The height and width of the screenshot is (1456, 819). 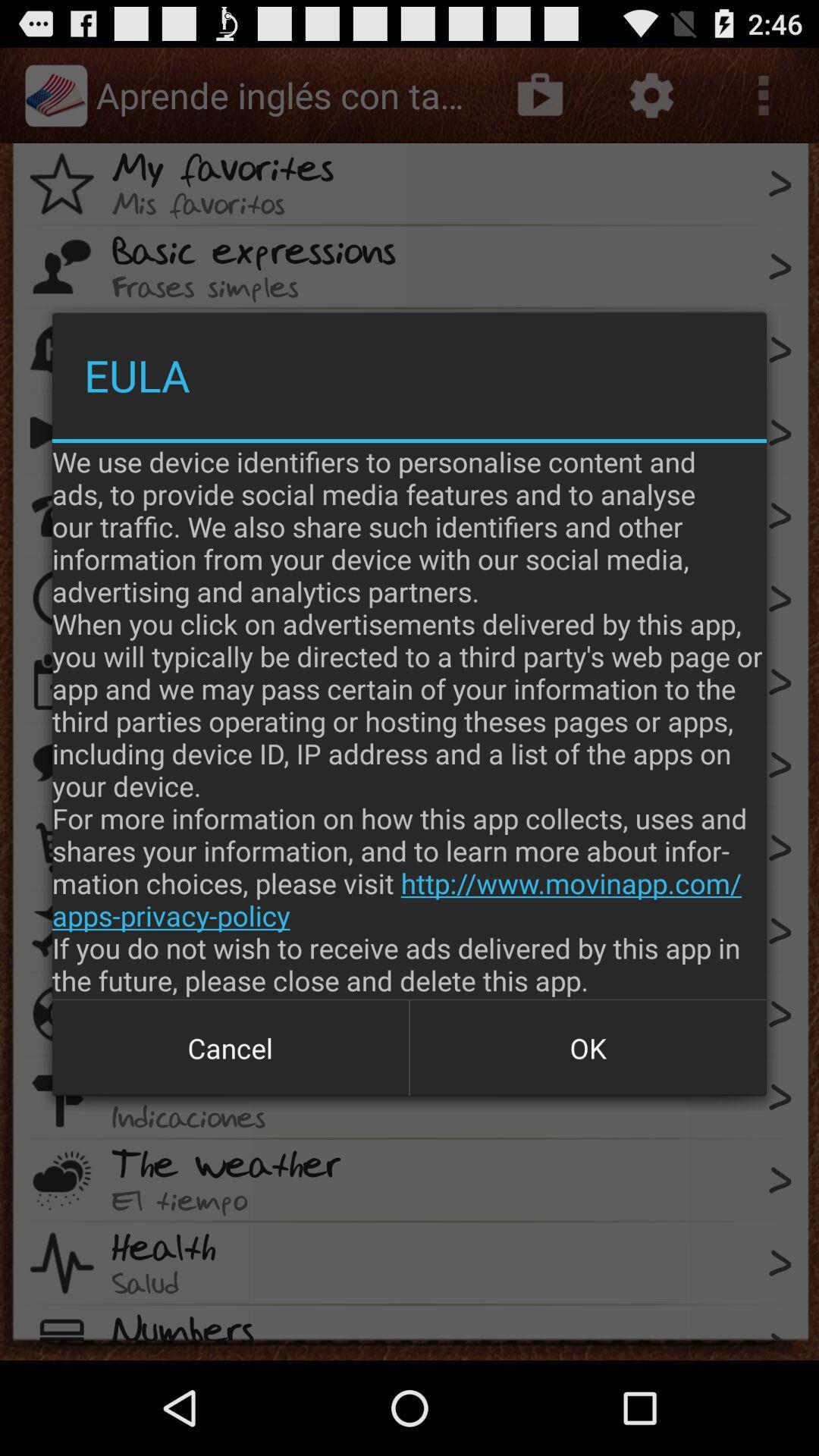 I want to click on cancel, so click(x=231, y=1047).